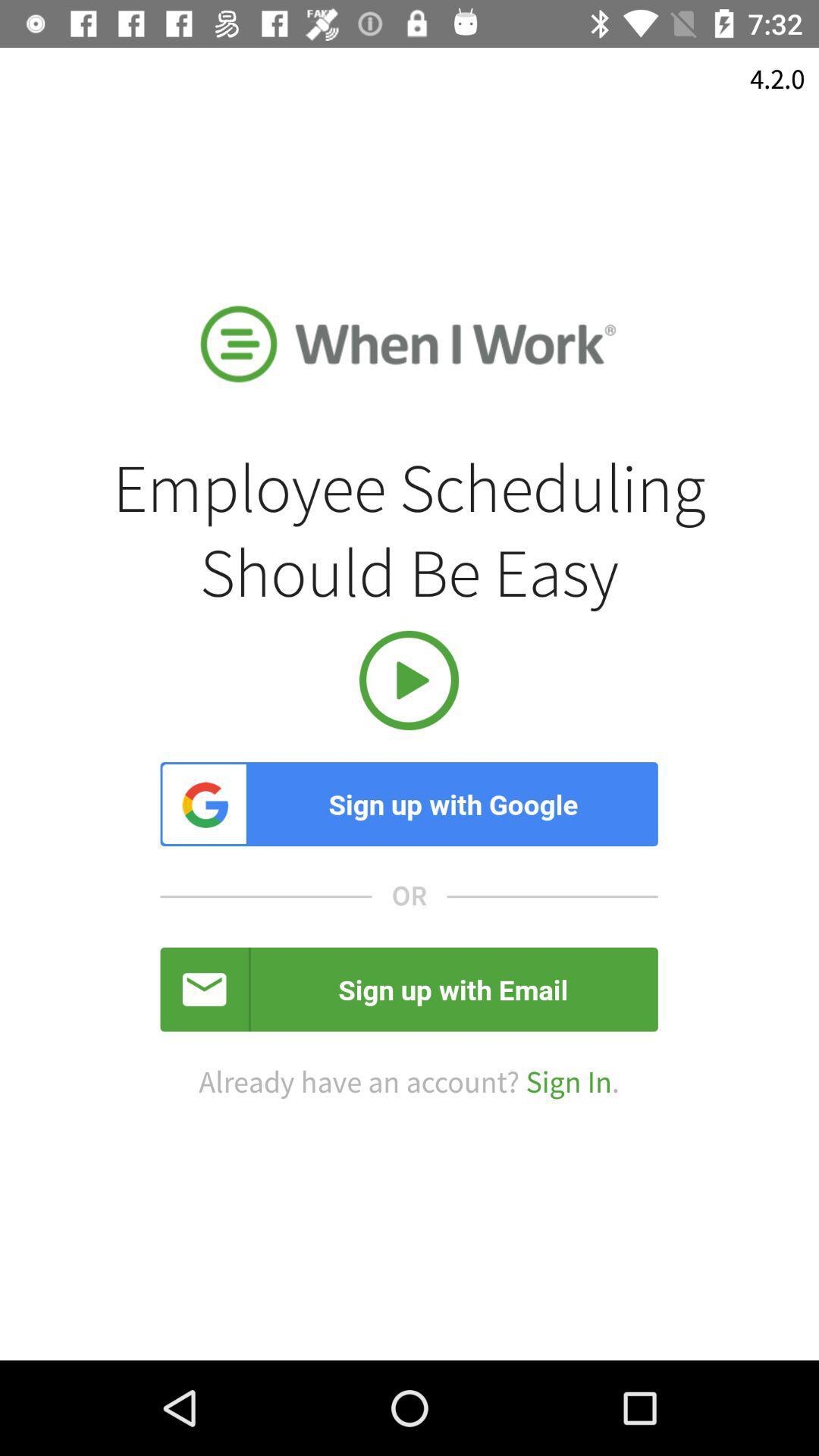 This screenshot has height=1456, width=819. Describe the element at coordinates (777, 79) in the screenshot. I see `the icon above employee scheduling should` at that location.